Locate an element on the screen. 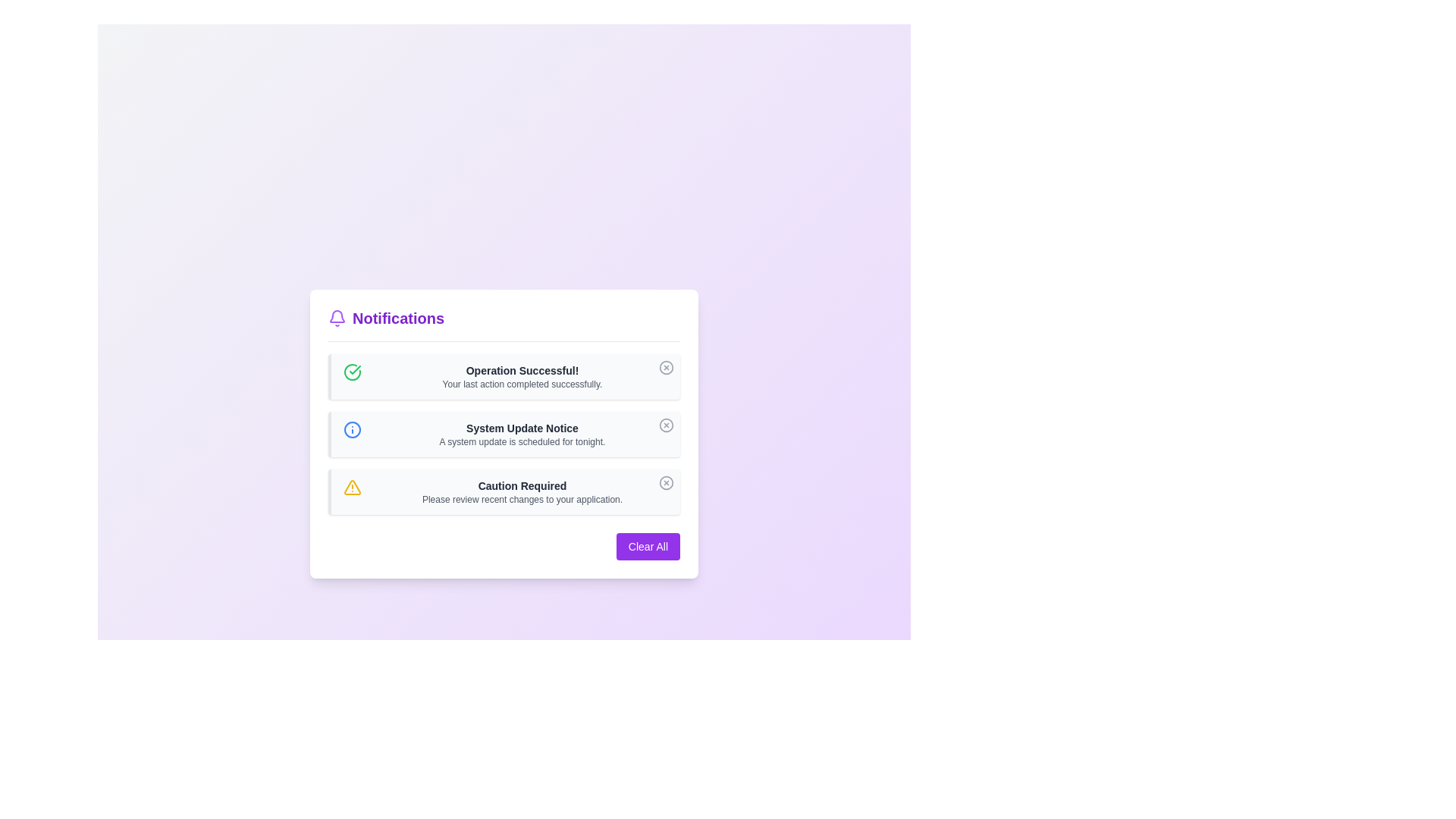 The image size is (1456, 819). the individual notifications in the notification panel which has a white background, rounded corners, and contains notifications including 'Operation Successful!', 'System Update Notice', and 'Caution Required' is located at coordinates (504, 433).